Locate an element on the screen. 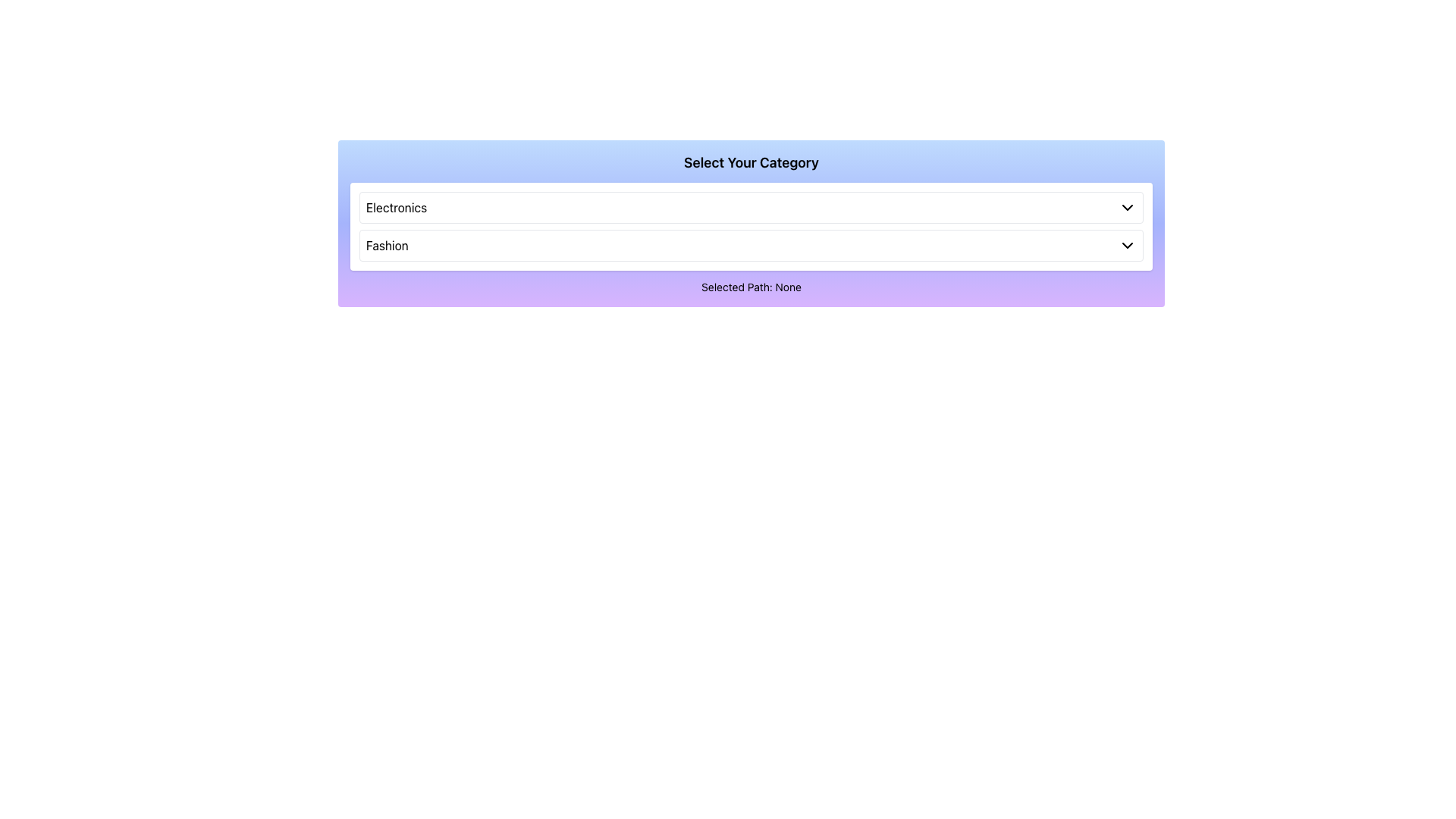 Image resolution: width=1456 pixels, height=819 pixels. the Fashion category dropdown icon located at the rightmost edge of the horizontal selection area is located at coordinates (1128, 245).